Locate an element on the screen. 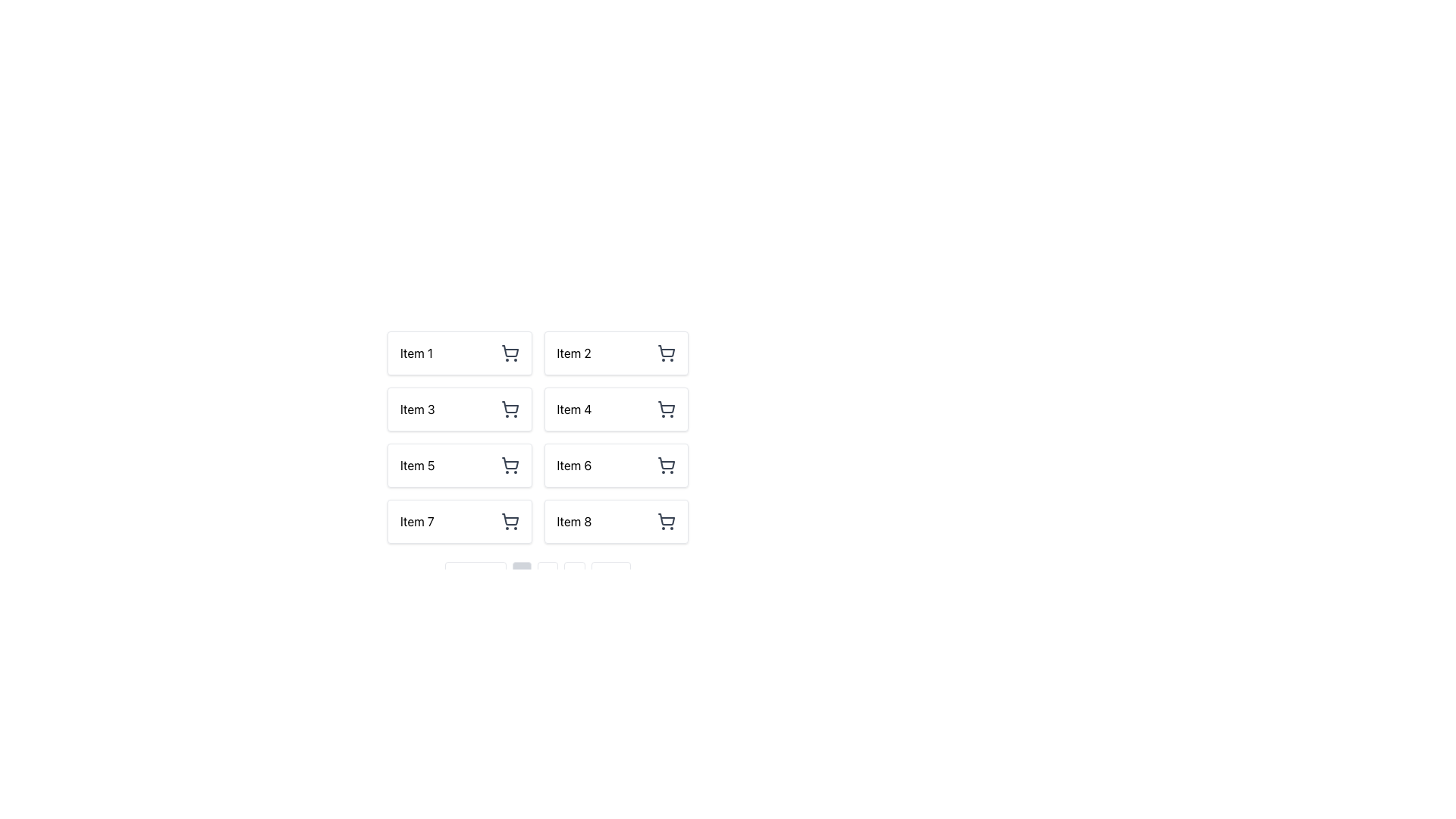  the navigation button for the first page in the pagination tool located in the second position of the button row is located at coordinates (522, 578).